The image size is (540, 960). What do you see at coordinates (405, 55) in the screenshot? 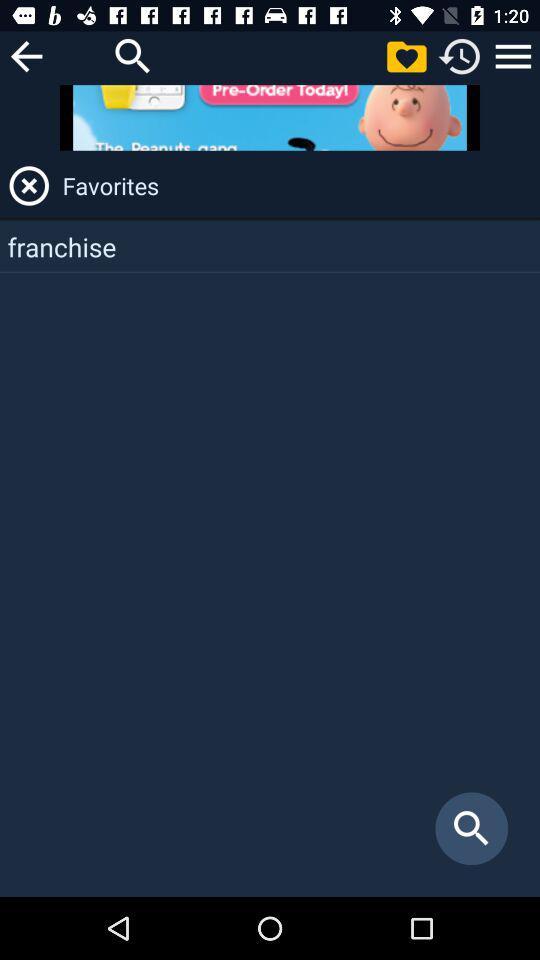
I see `folder` at bounding box center [405, 55].